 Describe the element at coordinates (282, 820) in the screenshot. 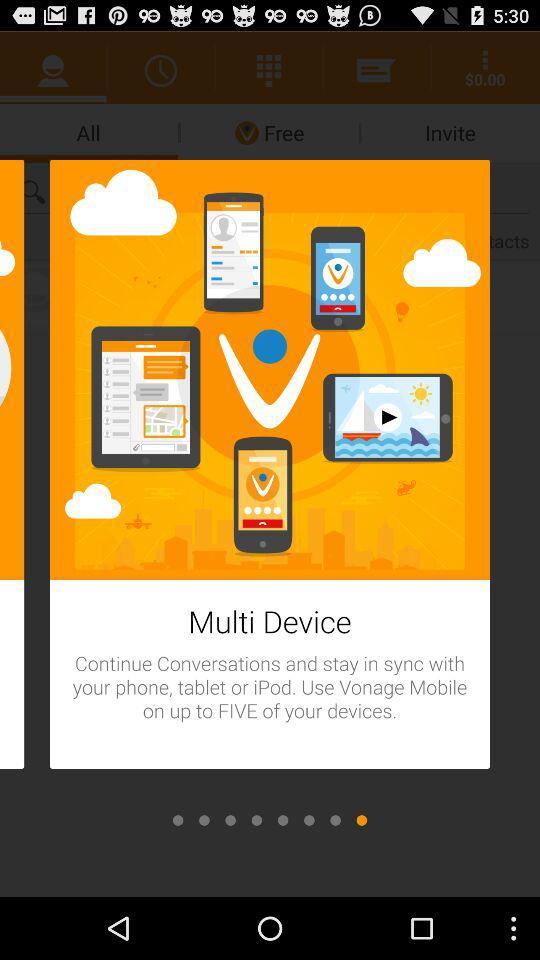

I see `the next page` at that location.